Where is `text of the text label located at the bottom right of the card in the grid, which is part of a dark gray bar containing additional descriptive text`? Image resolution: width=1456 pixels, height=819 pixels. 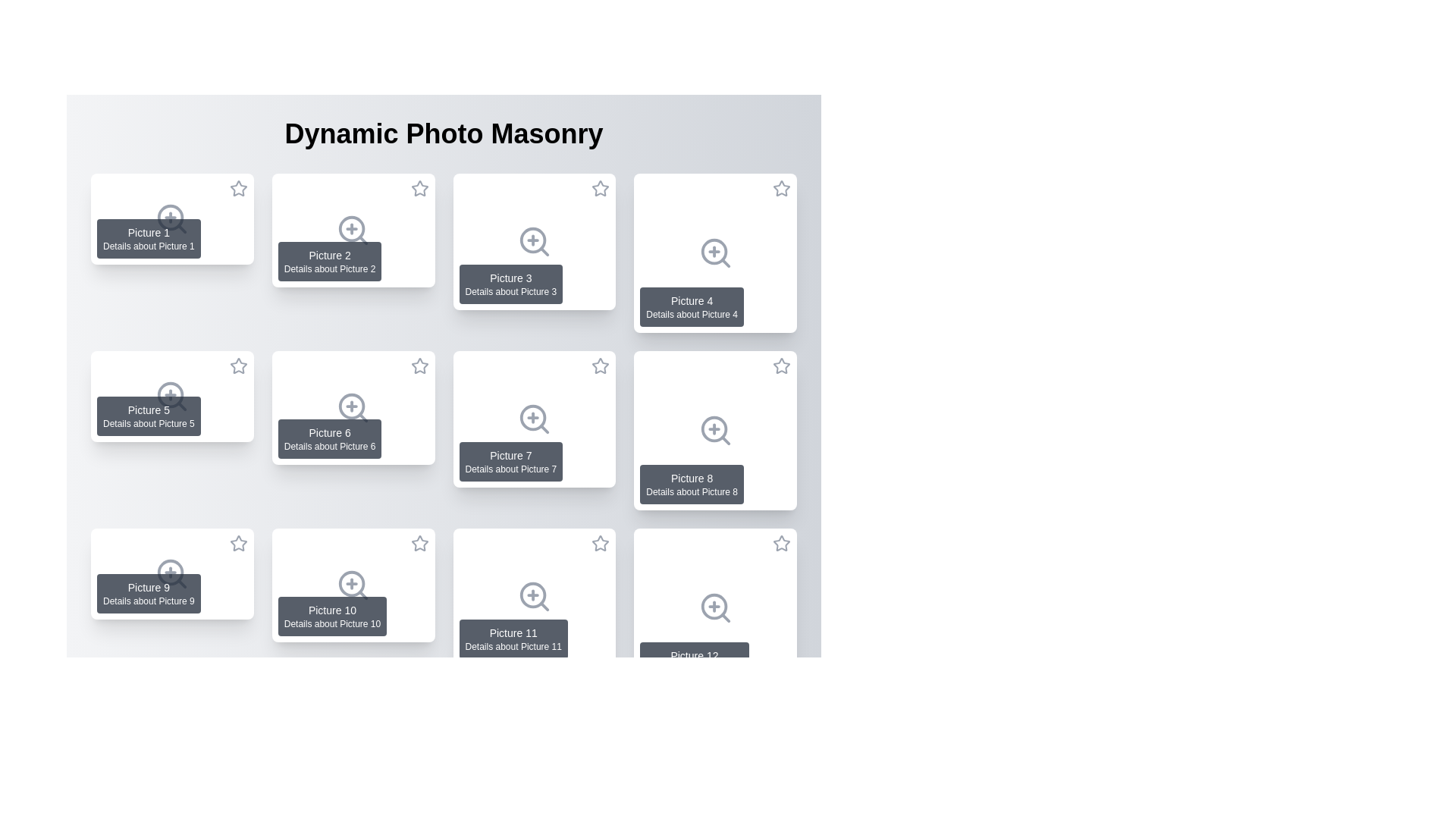
text of the text label located at the bottom right of the card in the grid, which is part of a dark gray bar containing additional descriptive text is located at coordinates (691, 479).